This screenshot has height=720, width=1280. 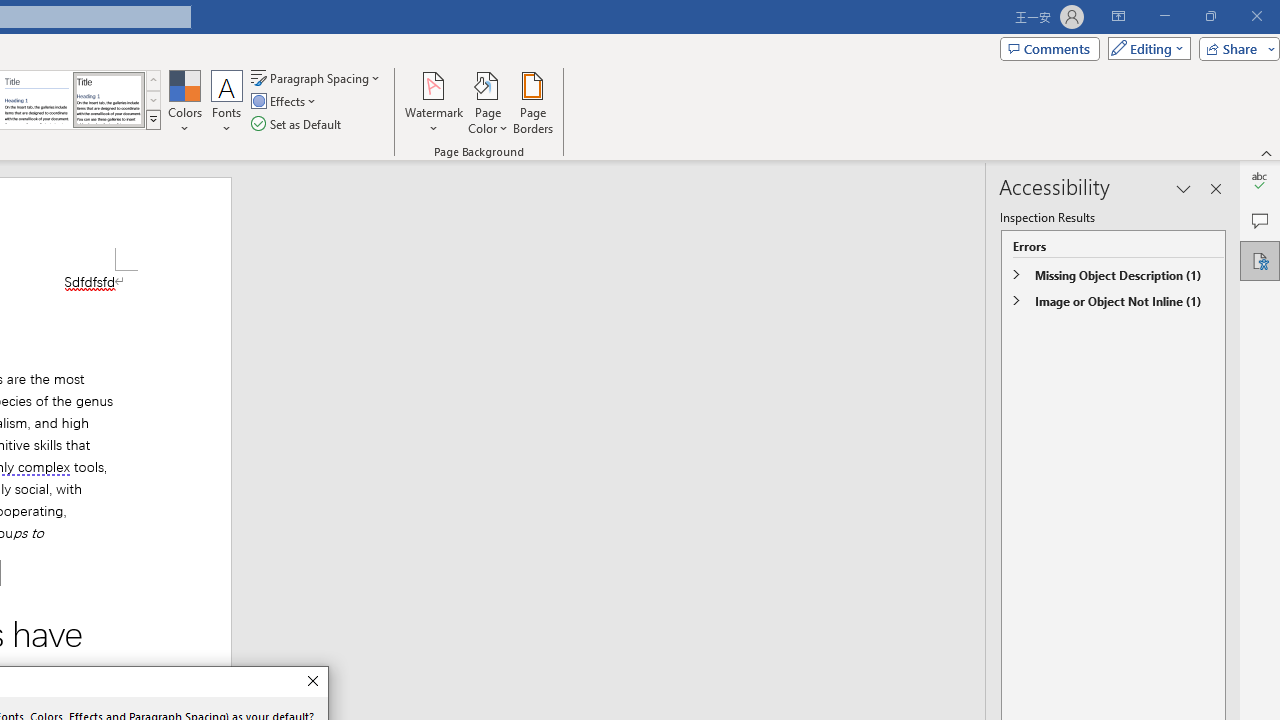 I want to click on 'Set as Default', so click(x=297, y=124).